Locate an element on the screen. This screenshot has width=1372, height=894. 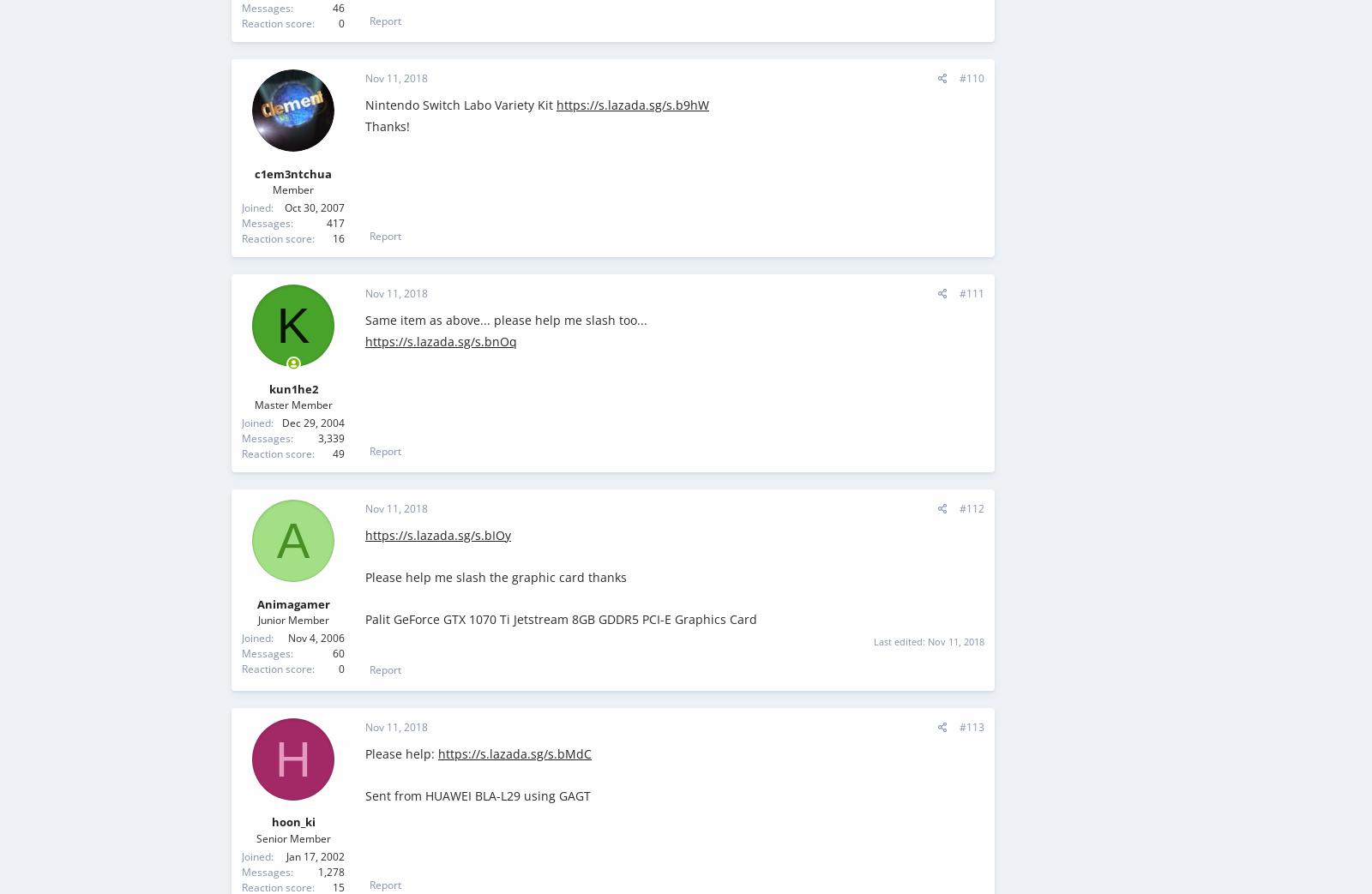
'#113' is located at coordinates (972, 726).